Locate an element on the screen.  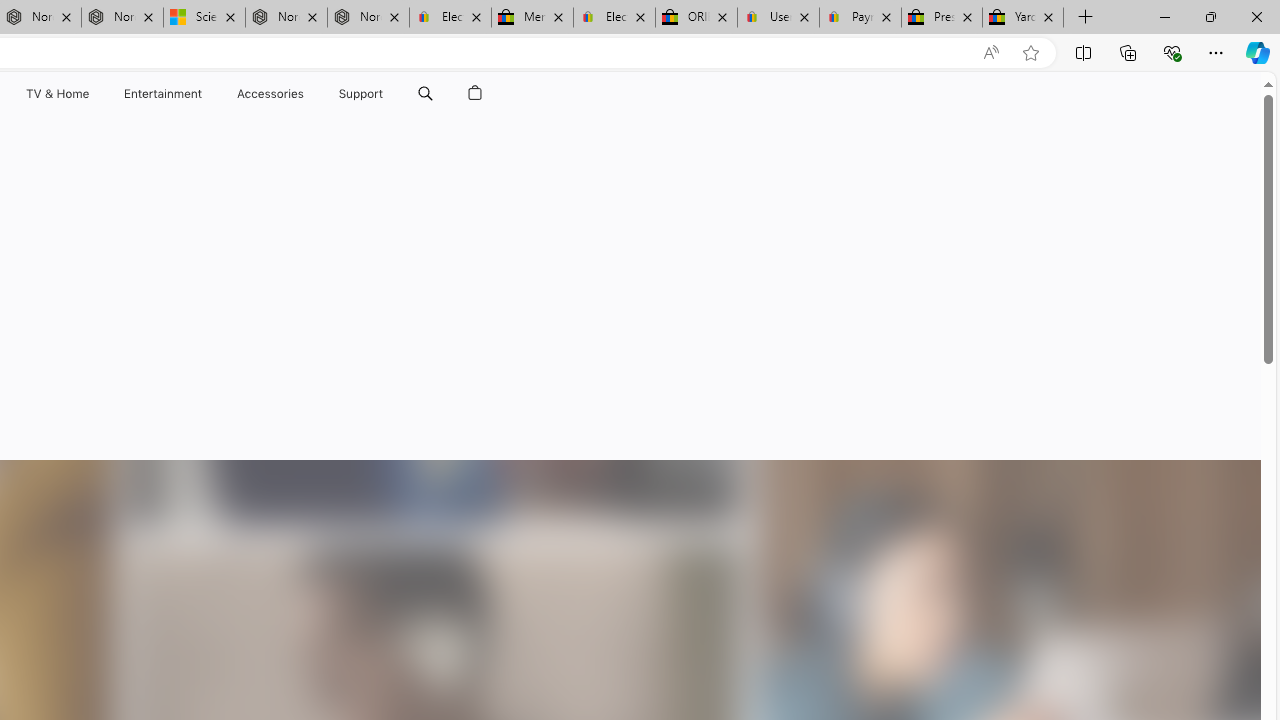
'TV and Home' is located at coordinates (56, 93).